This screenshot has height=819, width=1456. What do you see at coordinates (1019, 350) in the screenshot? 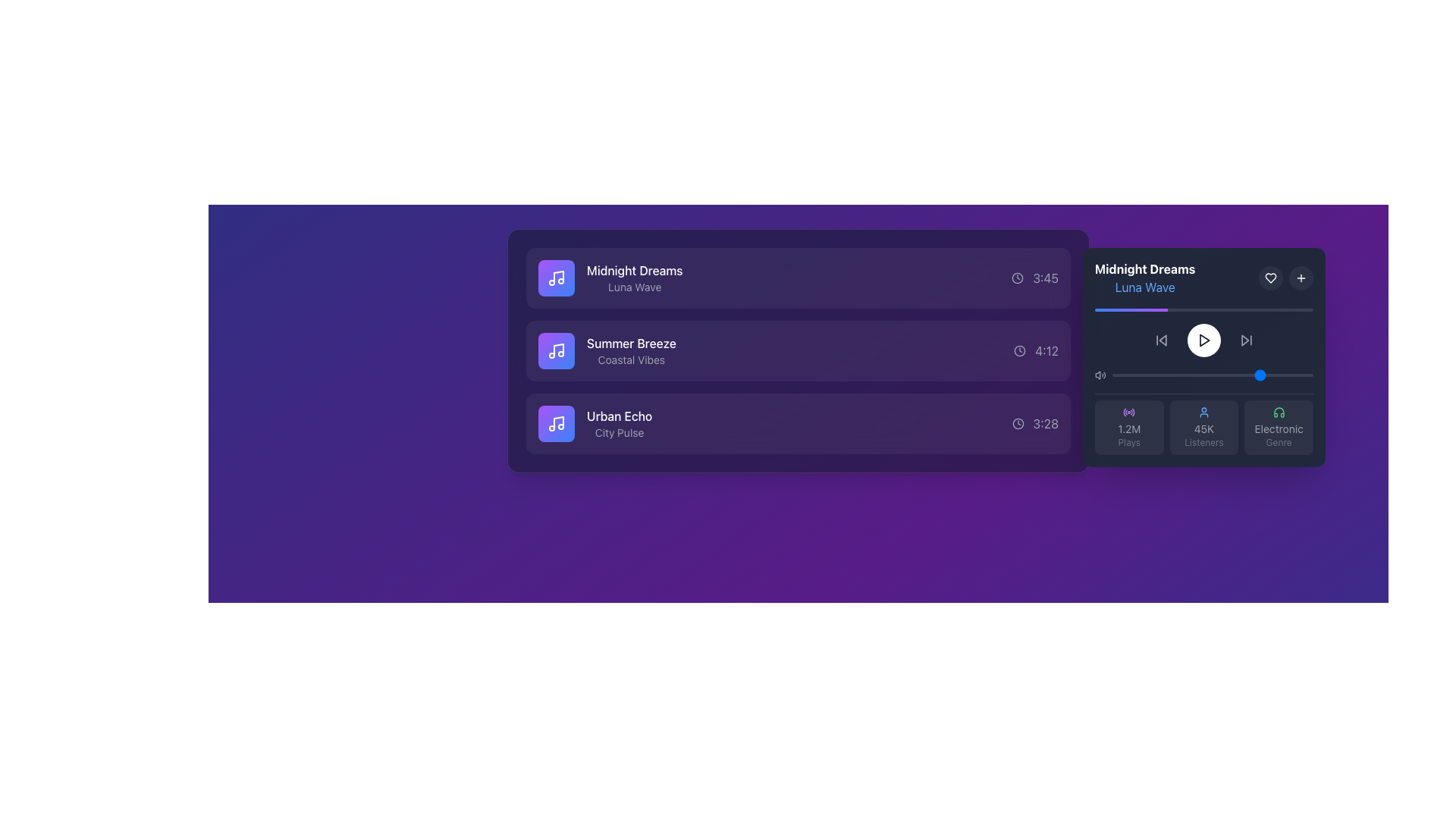
I see `the clock icon indicating the time for the track 'Summer Breeze' in the second row of the media list` at bounding box center [1019, 350].